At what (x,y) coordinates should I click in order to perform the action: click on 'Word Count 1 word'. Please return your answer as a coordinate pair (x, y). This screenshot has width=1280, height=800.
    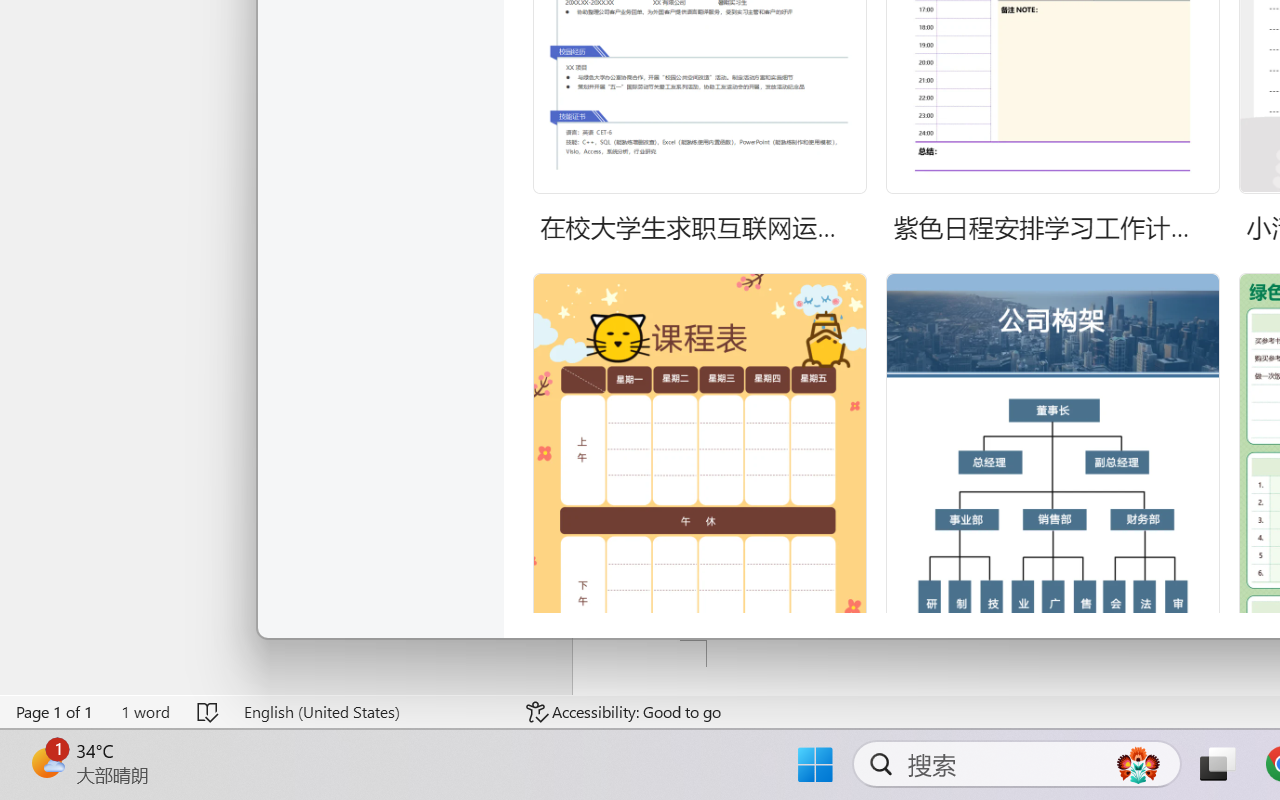
    Looking at the image, I should click on (144, 711).